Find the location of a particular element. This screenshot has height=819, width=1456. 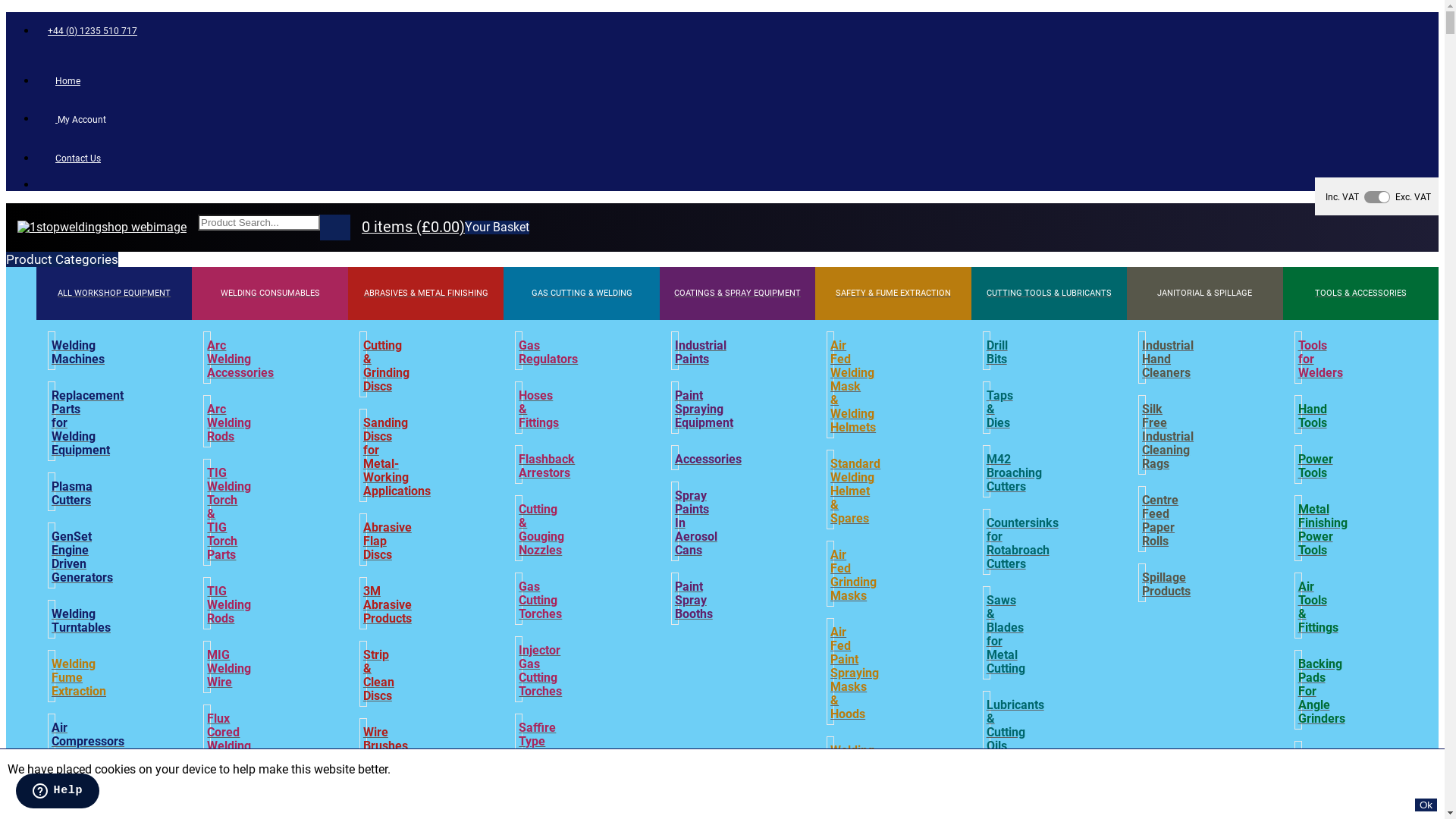

'Plasma Cutters' is located at coordinates (71, 494).